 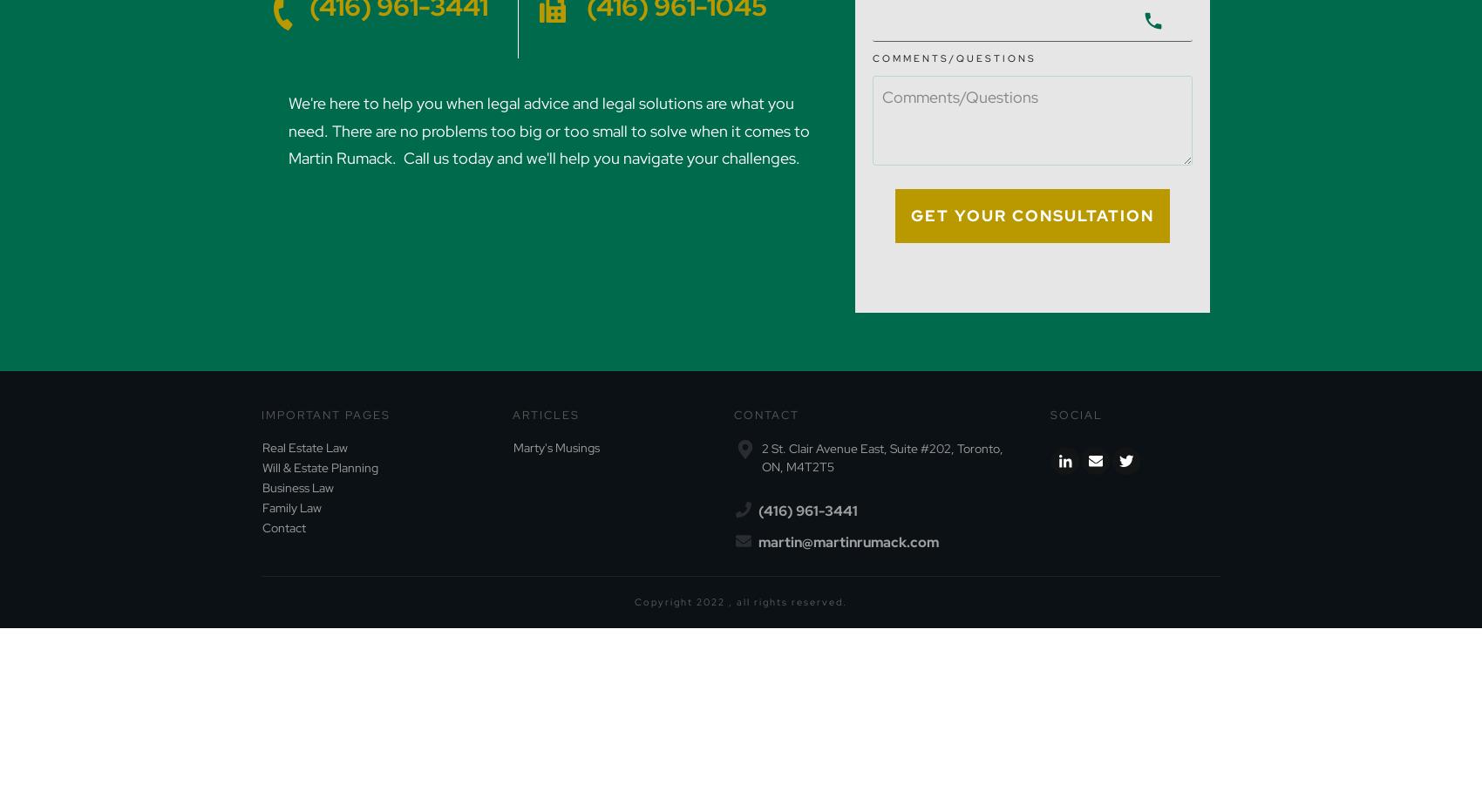 What do you see at coordinates (297, 488) in the screenshot?
I see `'Business Law'` at bounding box center [297, 488].